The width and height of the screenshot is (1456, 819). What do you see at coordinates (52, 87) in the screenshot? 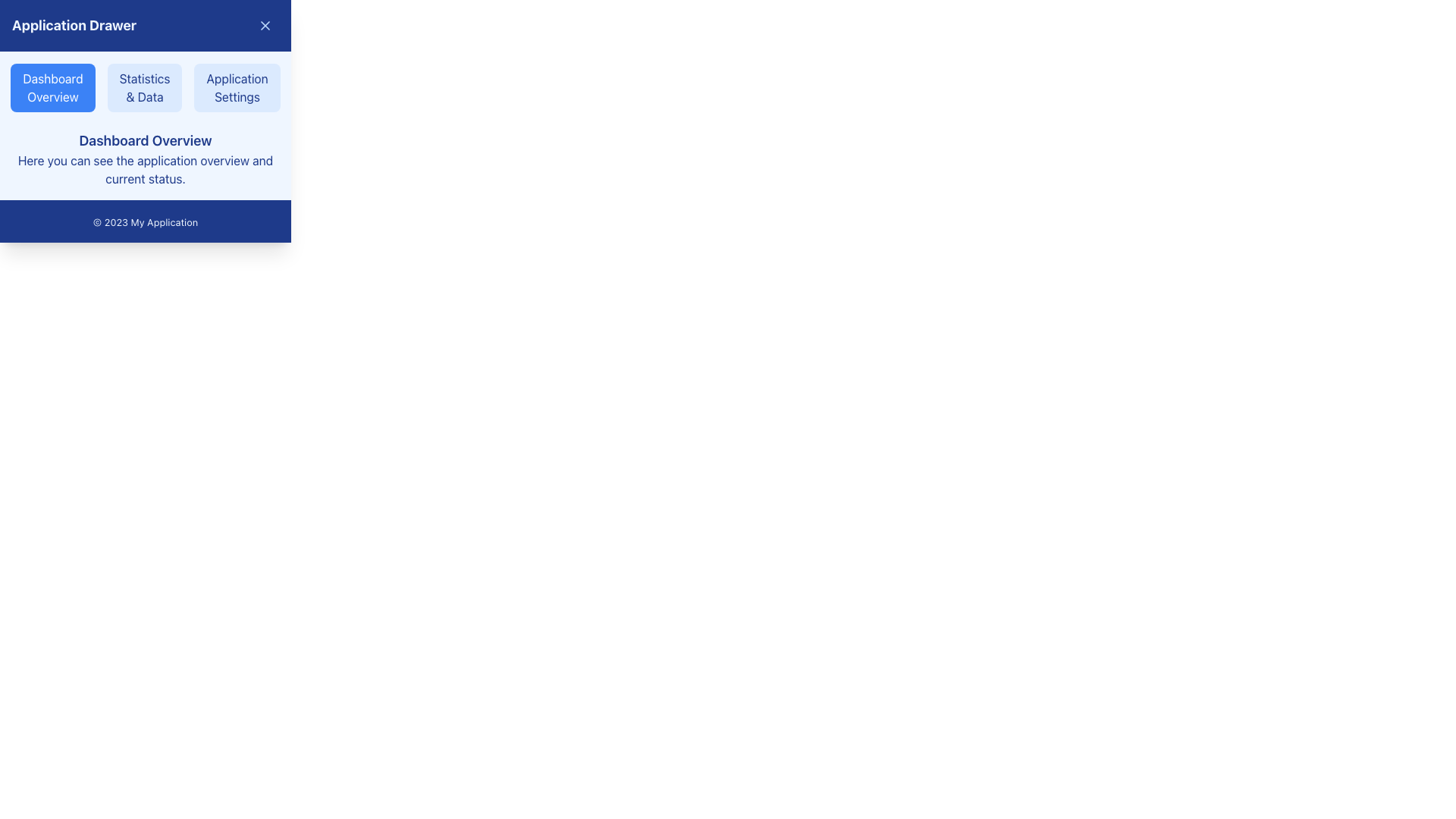
I see `the 'Dashboard Overview' button, which is a rectangular button with rounded corners, blue background, and white text` at bounding box center [52, 87].